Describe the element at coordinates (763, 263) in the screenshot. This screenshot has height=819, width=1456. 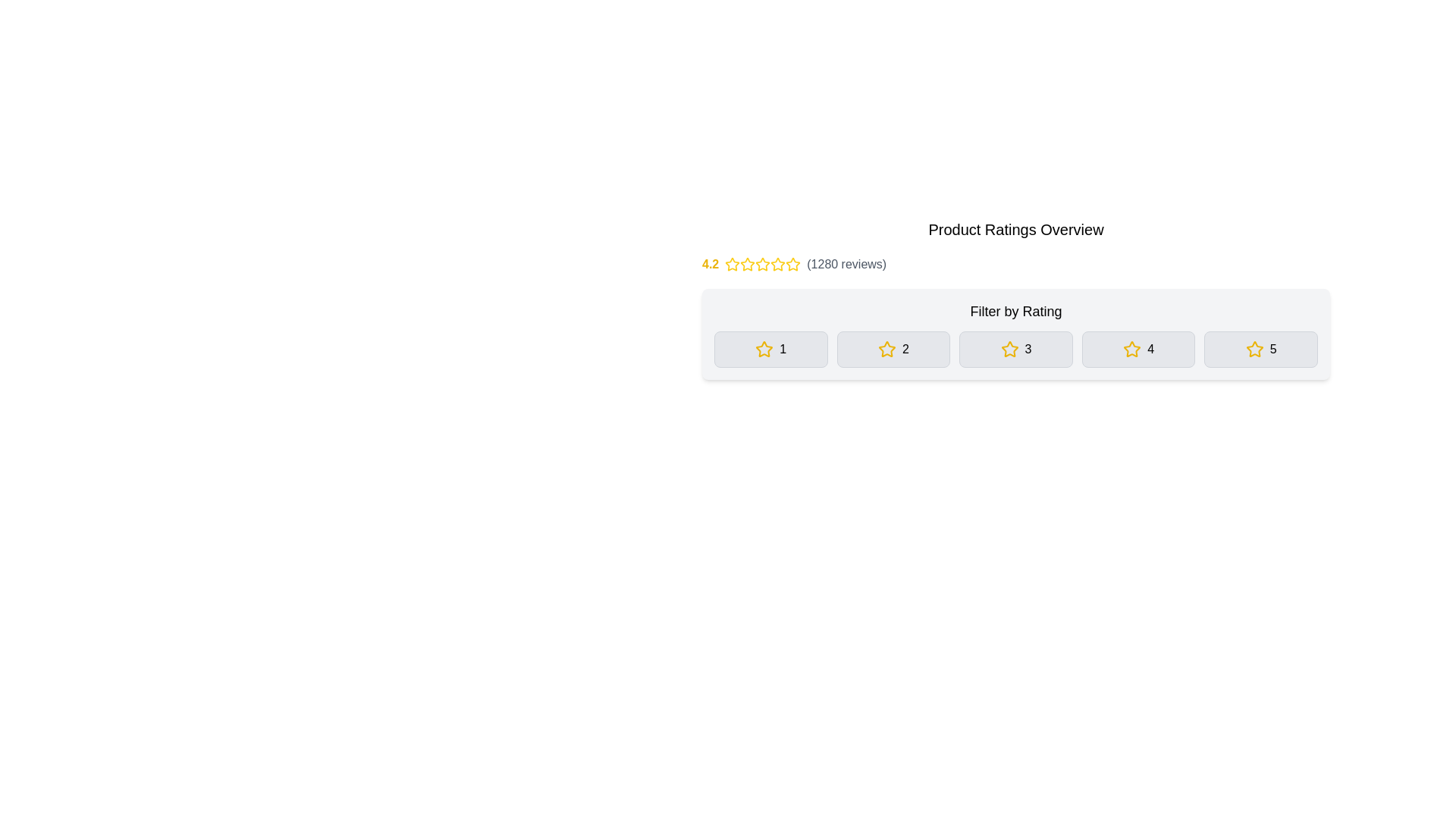
I see `the third star icon in the rating display, which is styled in yellow and part of a sequence of five stars, located within the section that shows a rating of '4.2' and '(1280 reviews)'` at that location.